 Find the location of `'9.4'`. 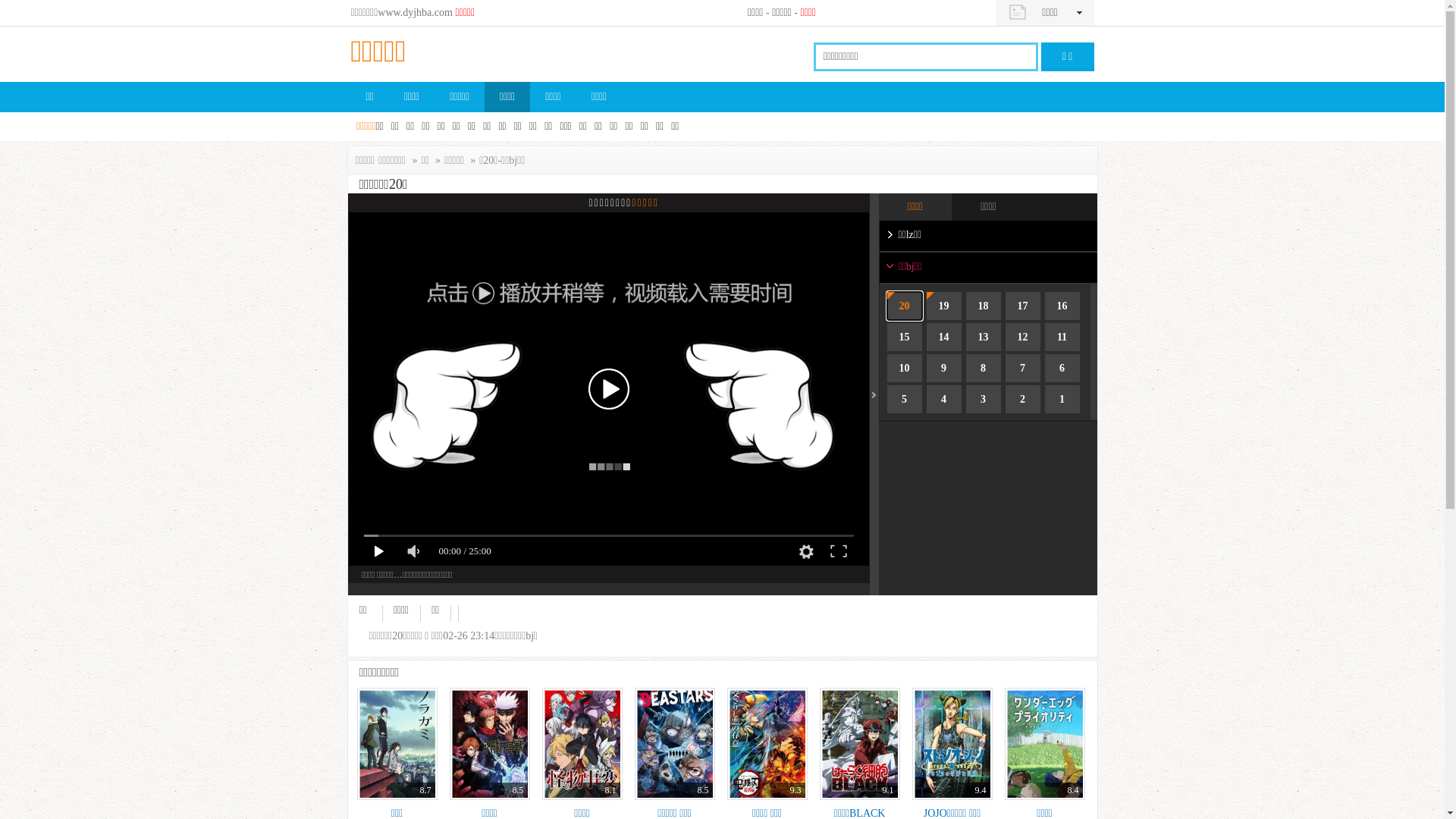

'9.4' is located at coordinates (950, 742).